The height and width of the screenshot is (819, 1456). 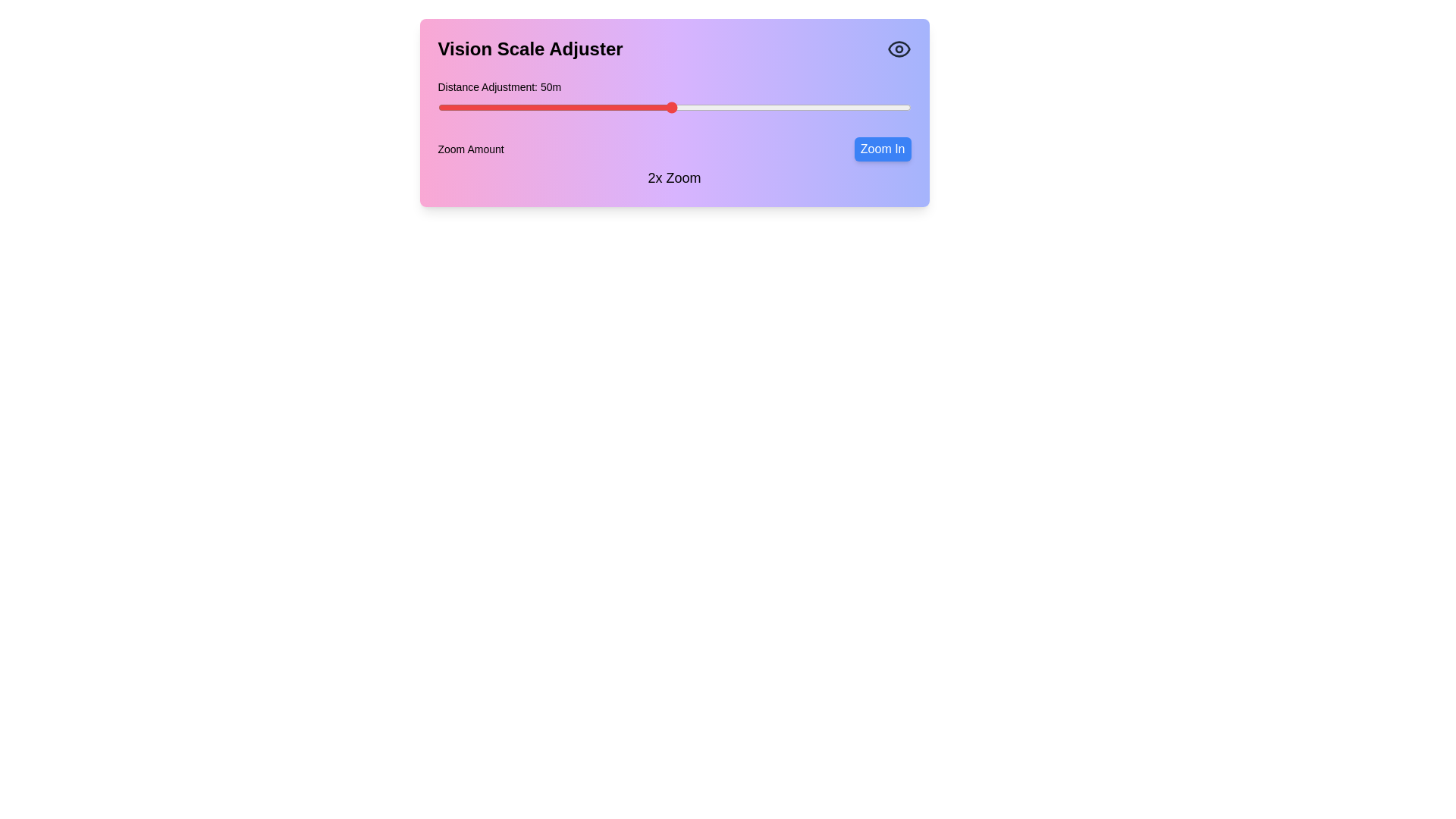 I want to click on the distance adjustment, so click(x=700, y=107).